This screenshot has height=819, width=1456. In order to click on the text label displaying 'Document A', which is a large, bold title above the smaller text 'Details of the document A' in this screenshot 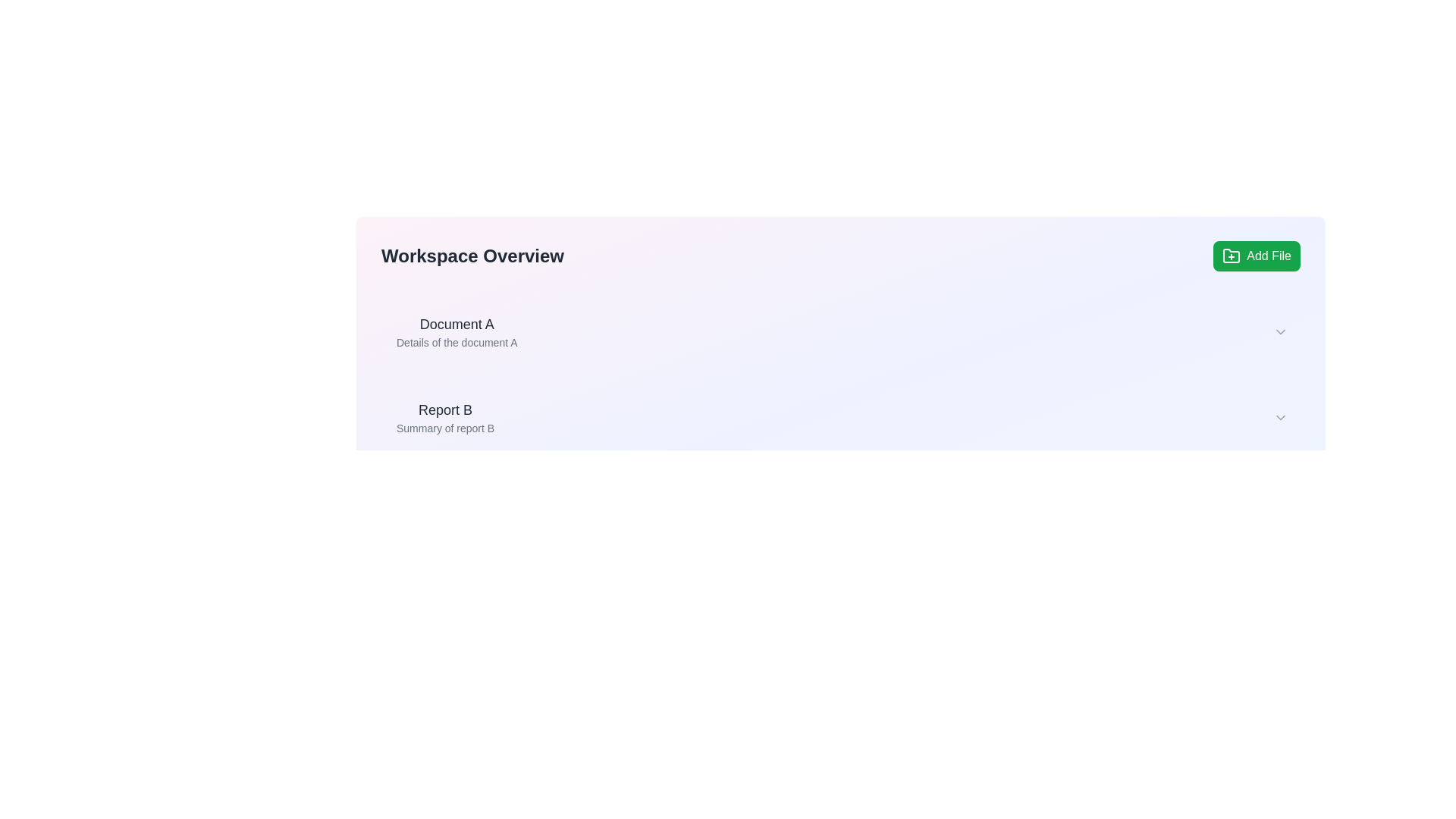, I will do `click(456, 324)`.